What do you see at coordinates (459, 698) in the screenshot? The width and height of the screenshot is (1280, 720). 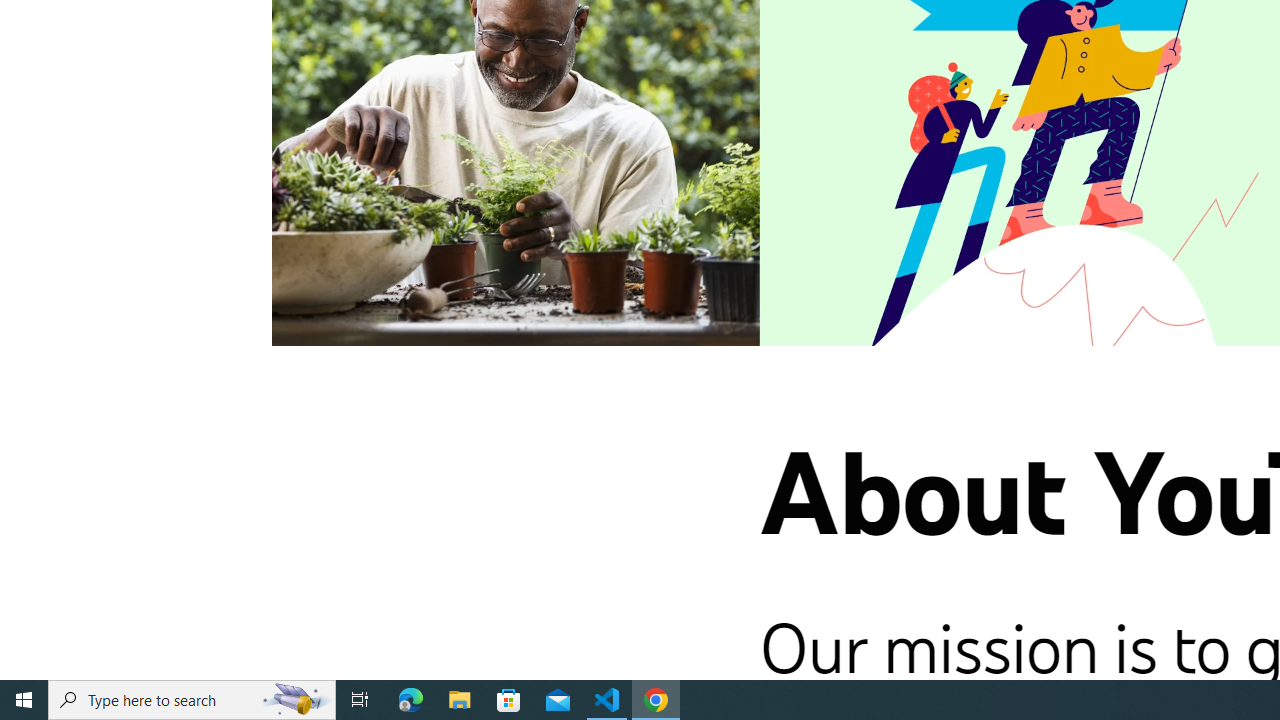 I see `'File Explorer'` at bounding box center [459, 698].